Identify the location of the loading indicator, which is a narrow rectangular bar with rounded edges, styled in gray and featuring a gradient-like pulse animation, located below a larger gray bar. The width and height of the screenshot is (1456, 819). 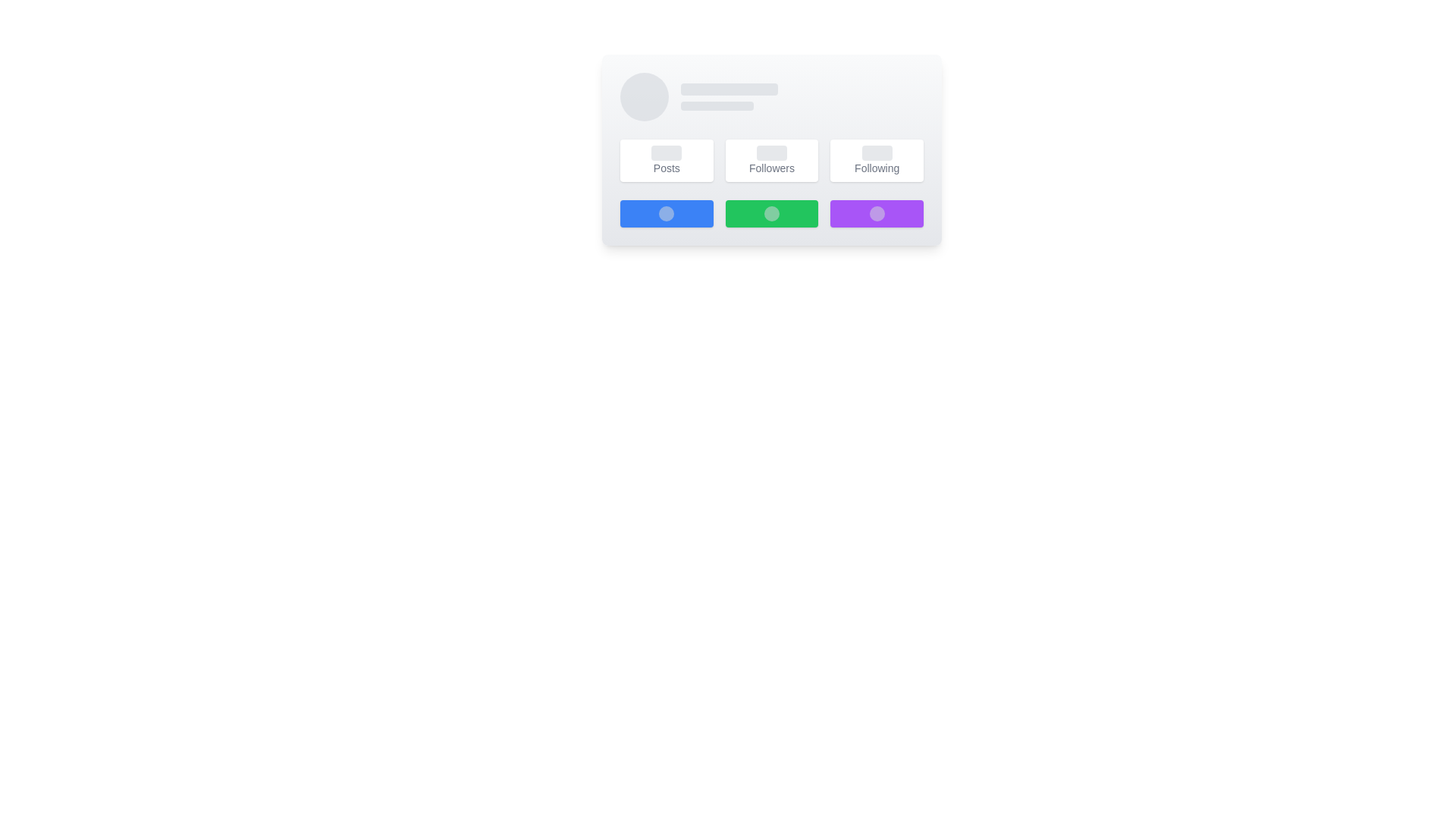
(716, 105).